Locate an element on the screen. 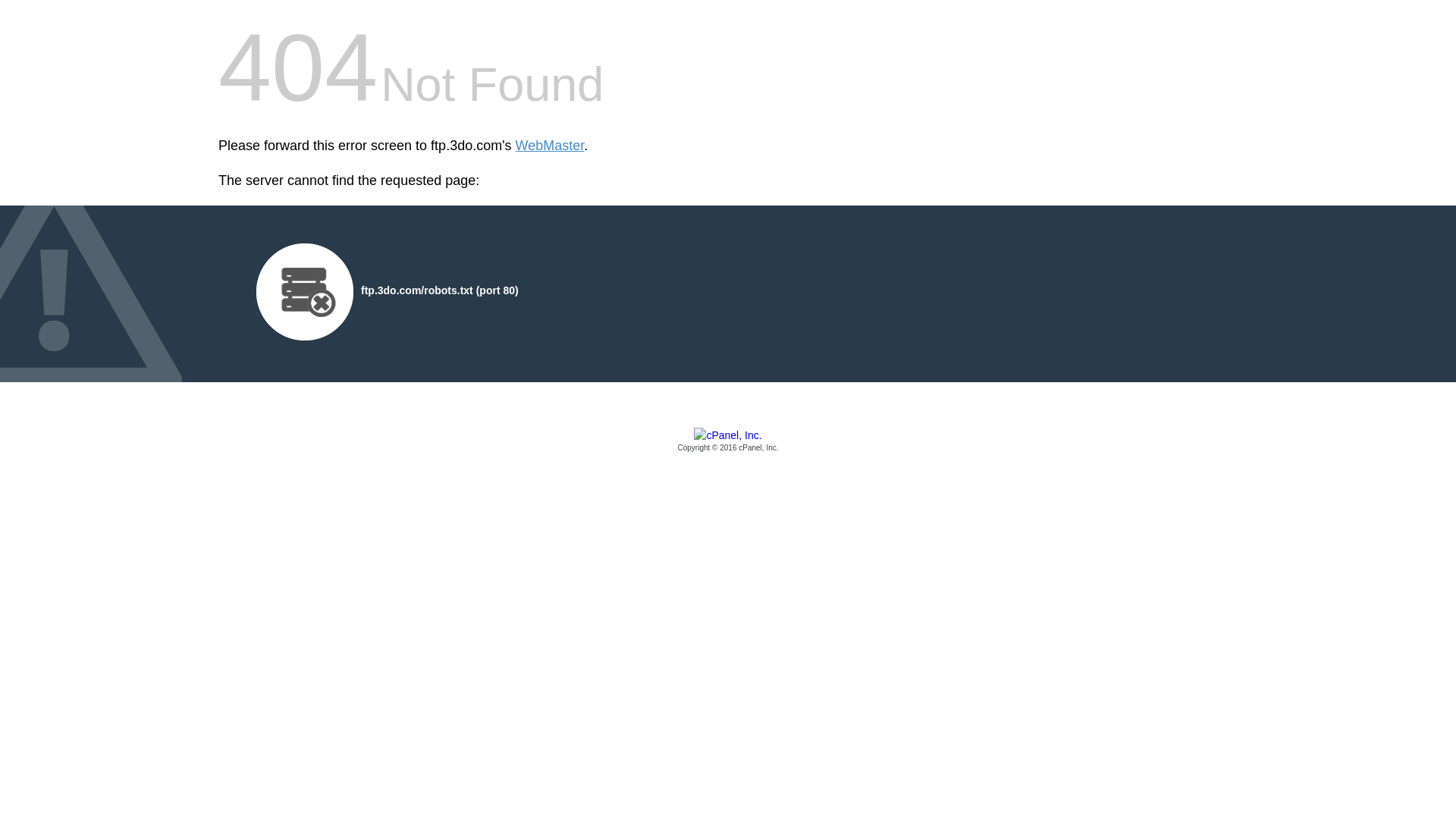 This screenshot has height=819, width=1456. 'WebMaster' is located at coordinates (549, 146).